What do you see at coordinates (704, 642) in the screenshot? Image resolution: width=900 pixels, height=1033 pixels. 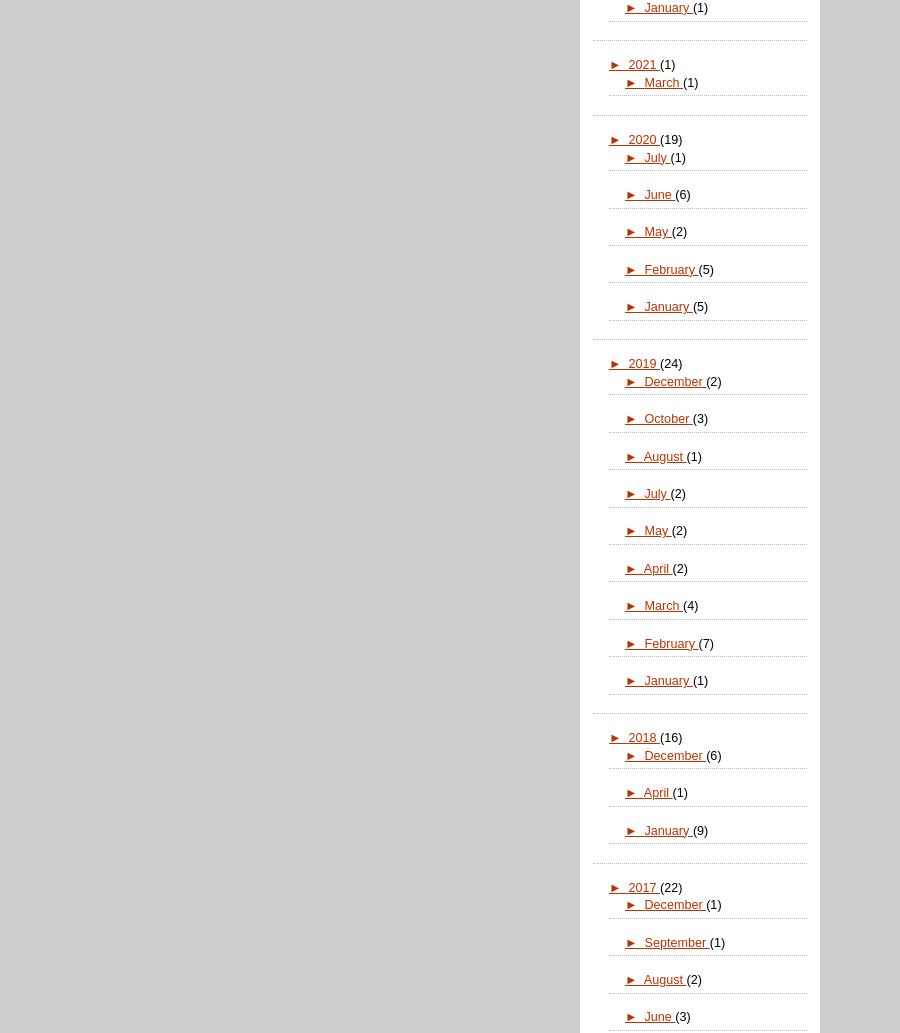 I see `'(7)'` at bounding box center [704, 642].